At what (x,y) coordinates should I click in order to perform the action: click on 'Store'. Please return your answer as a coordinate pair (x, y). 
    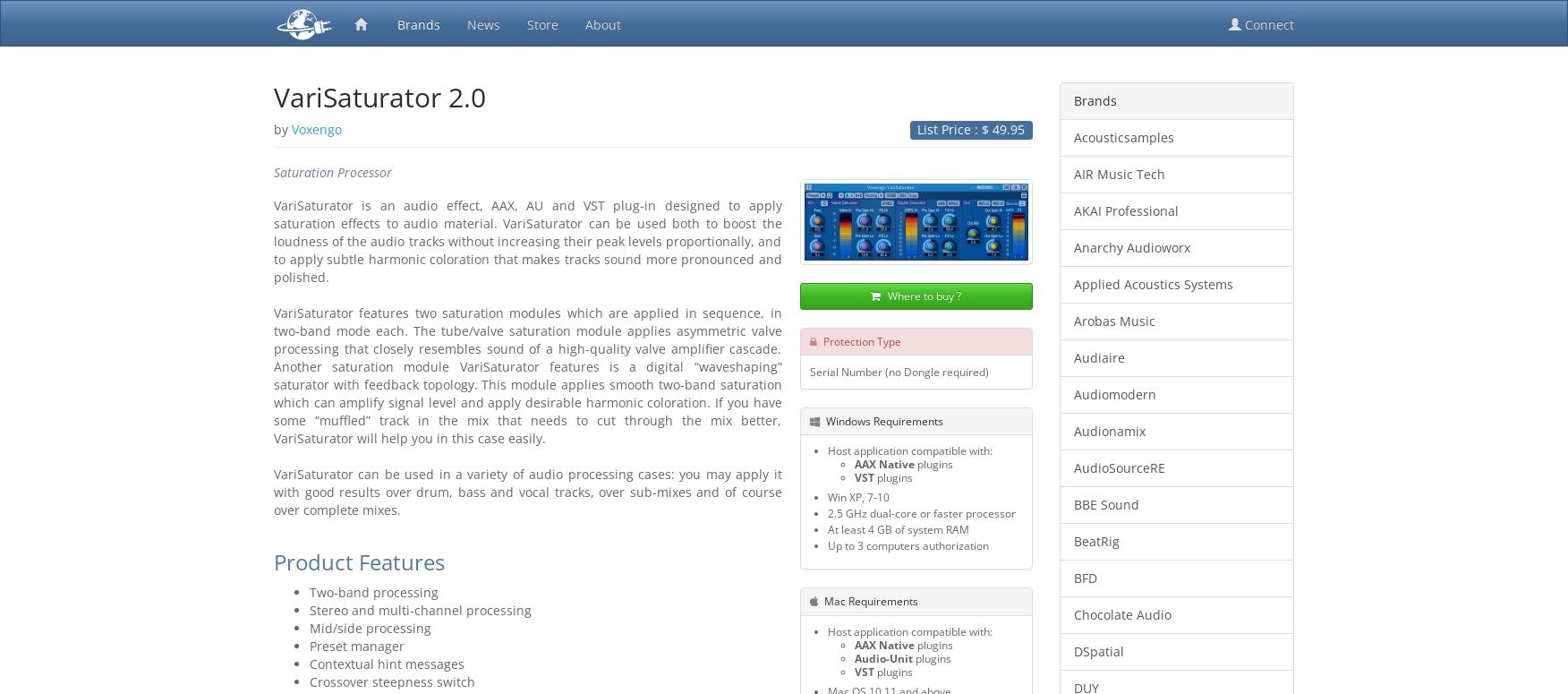
    Looking at the image, I should click on (542, 24).